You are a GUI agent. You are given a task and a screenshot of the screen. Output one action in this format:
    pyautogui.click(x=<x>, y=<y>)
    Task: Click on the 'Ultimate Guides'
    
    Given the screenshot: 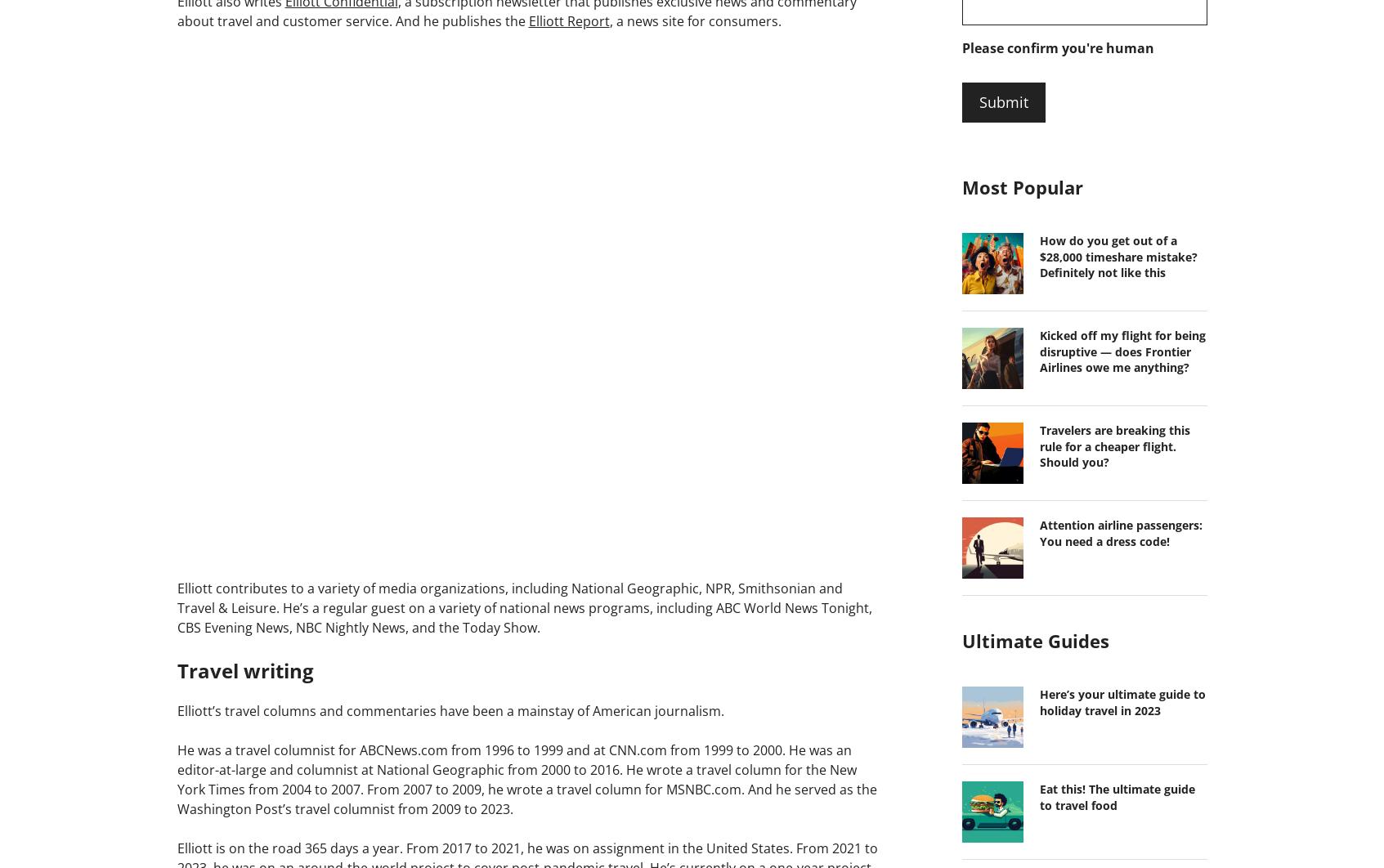 What is the action you would take?
    pyautogui.click(x=1035, y=640)
    